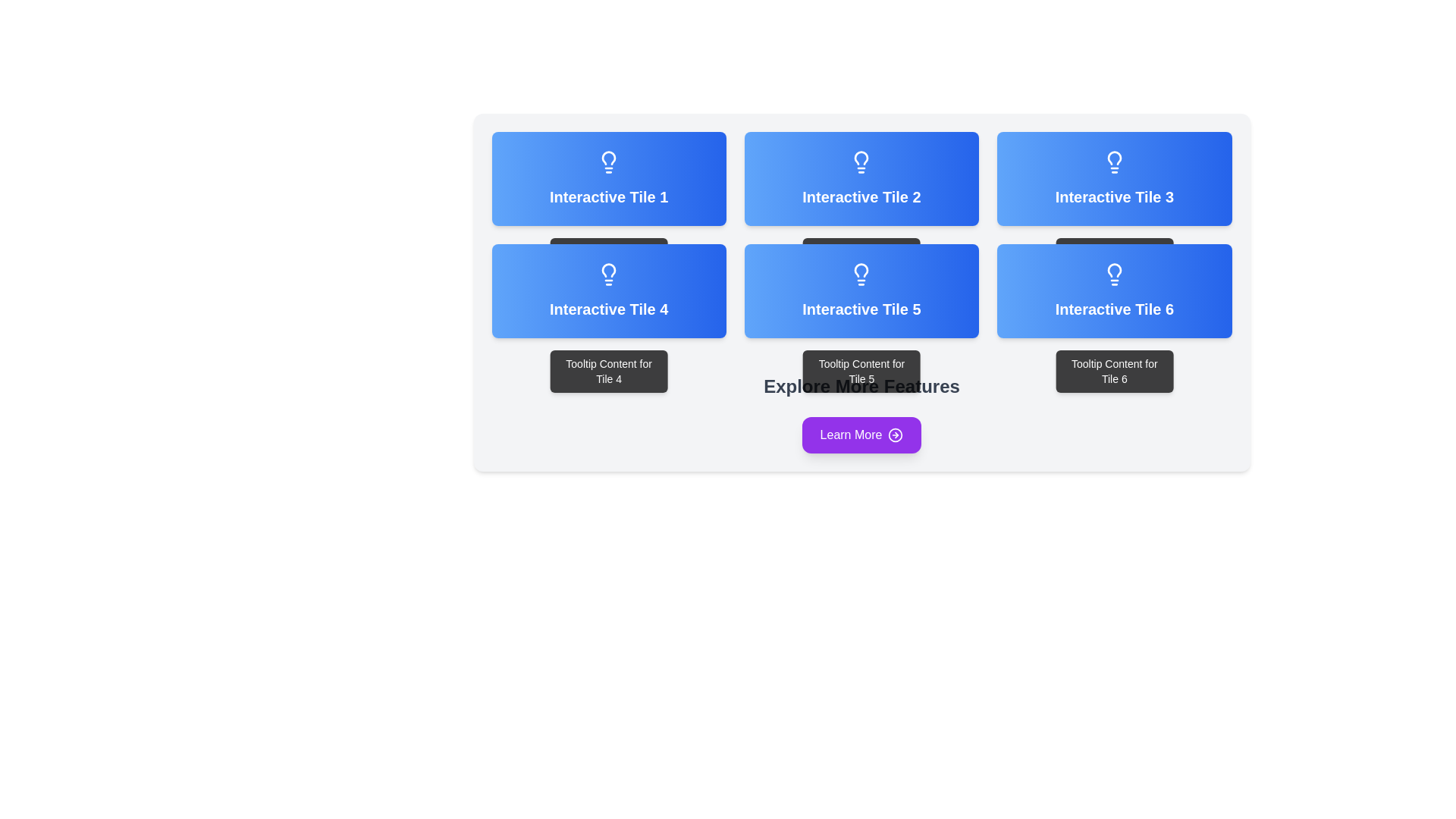 This screenshot has width=1456, height=819. I want to click on the bold text labeled 'Interactive Tile 3' which is displayed in white on a gradient blue background, located in the top-right tile of the grid, so click(1114, 196).